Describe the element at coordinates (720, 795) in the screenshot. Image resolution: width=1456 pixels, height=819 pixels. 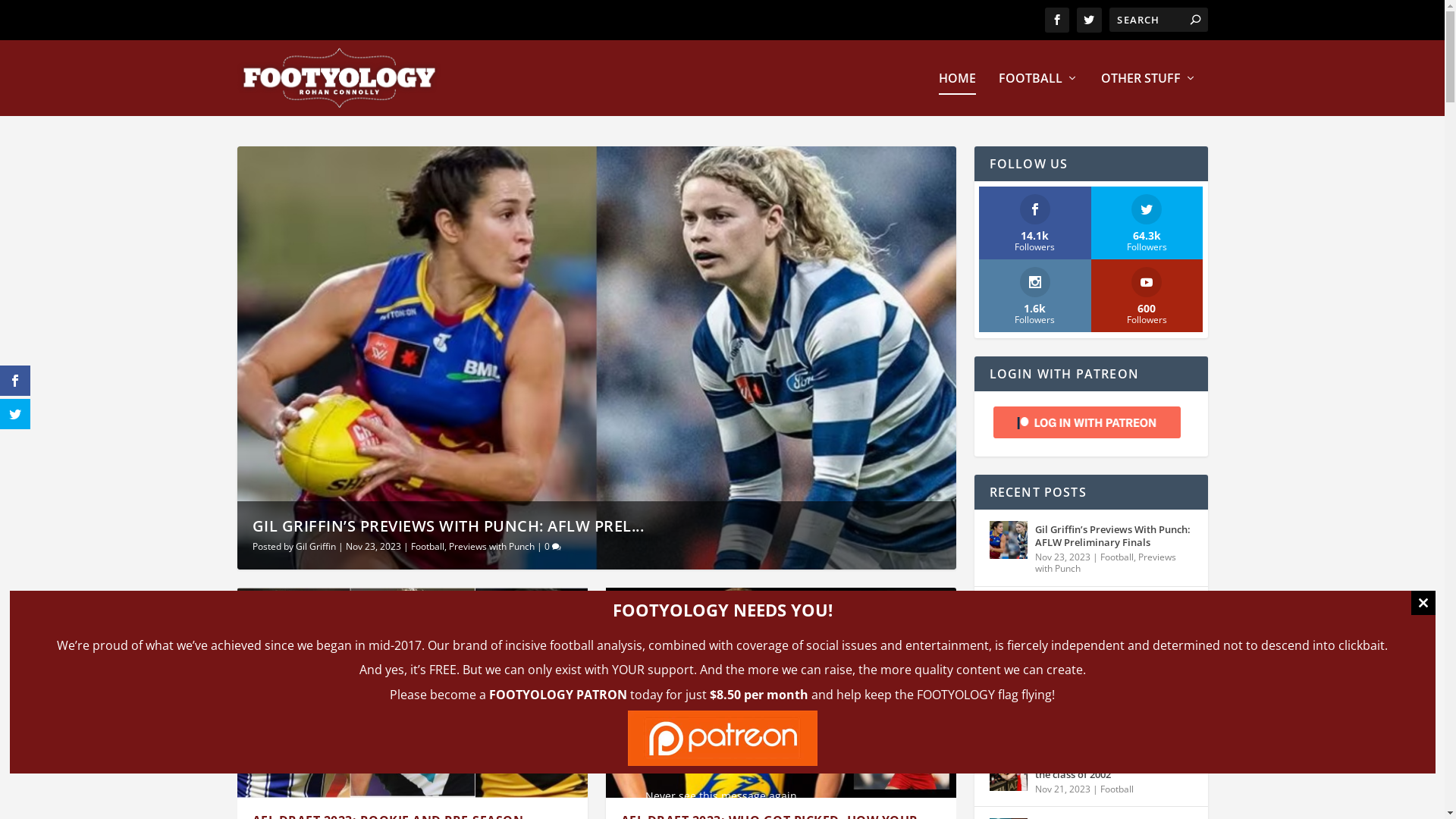
I see `'Never see this message again.'` at that location.